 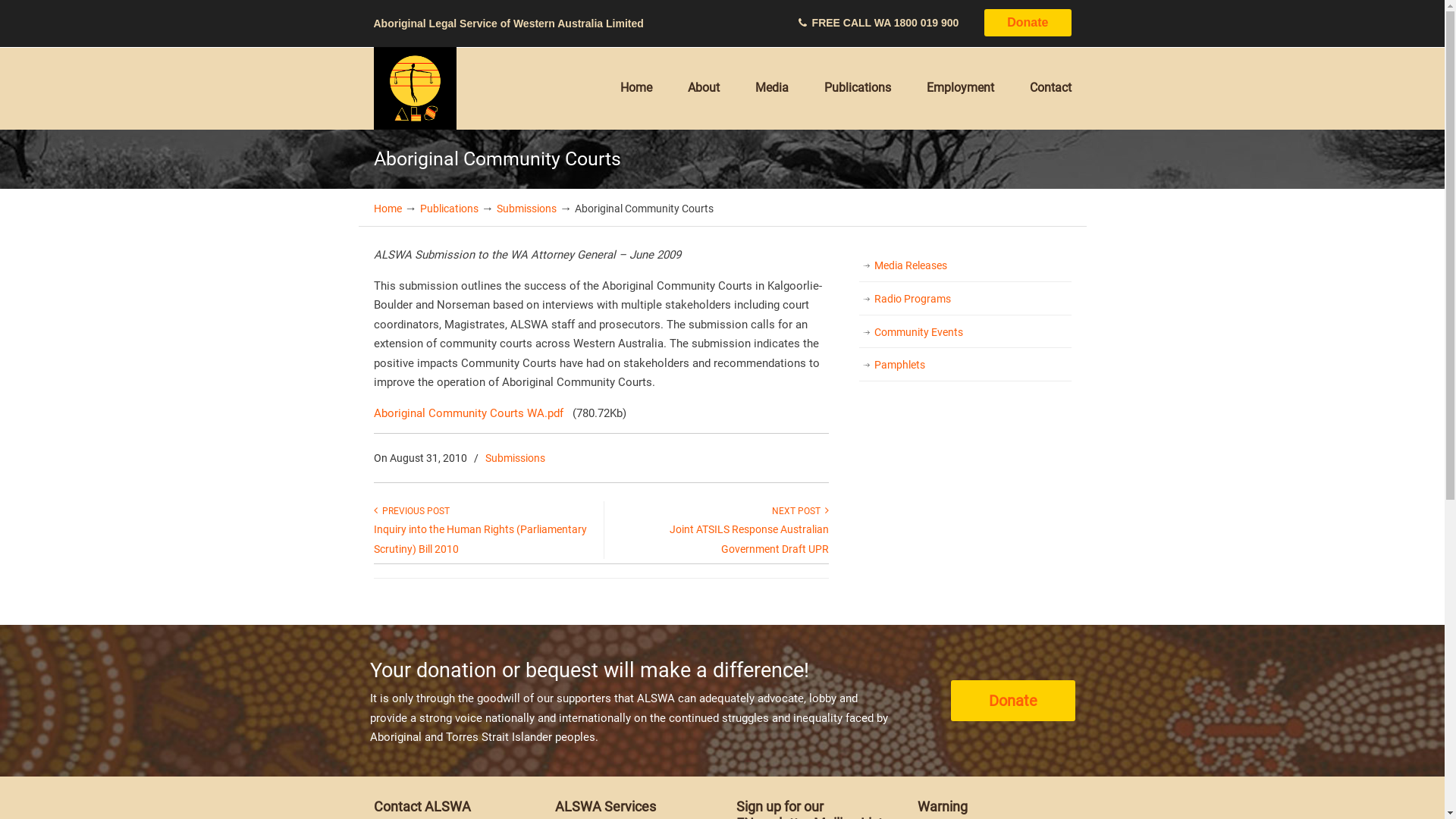 I want to click on 'Community Events', so click(x=964, y=332).